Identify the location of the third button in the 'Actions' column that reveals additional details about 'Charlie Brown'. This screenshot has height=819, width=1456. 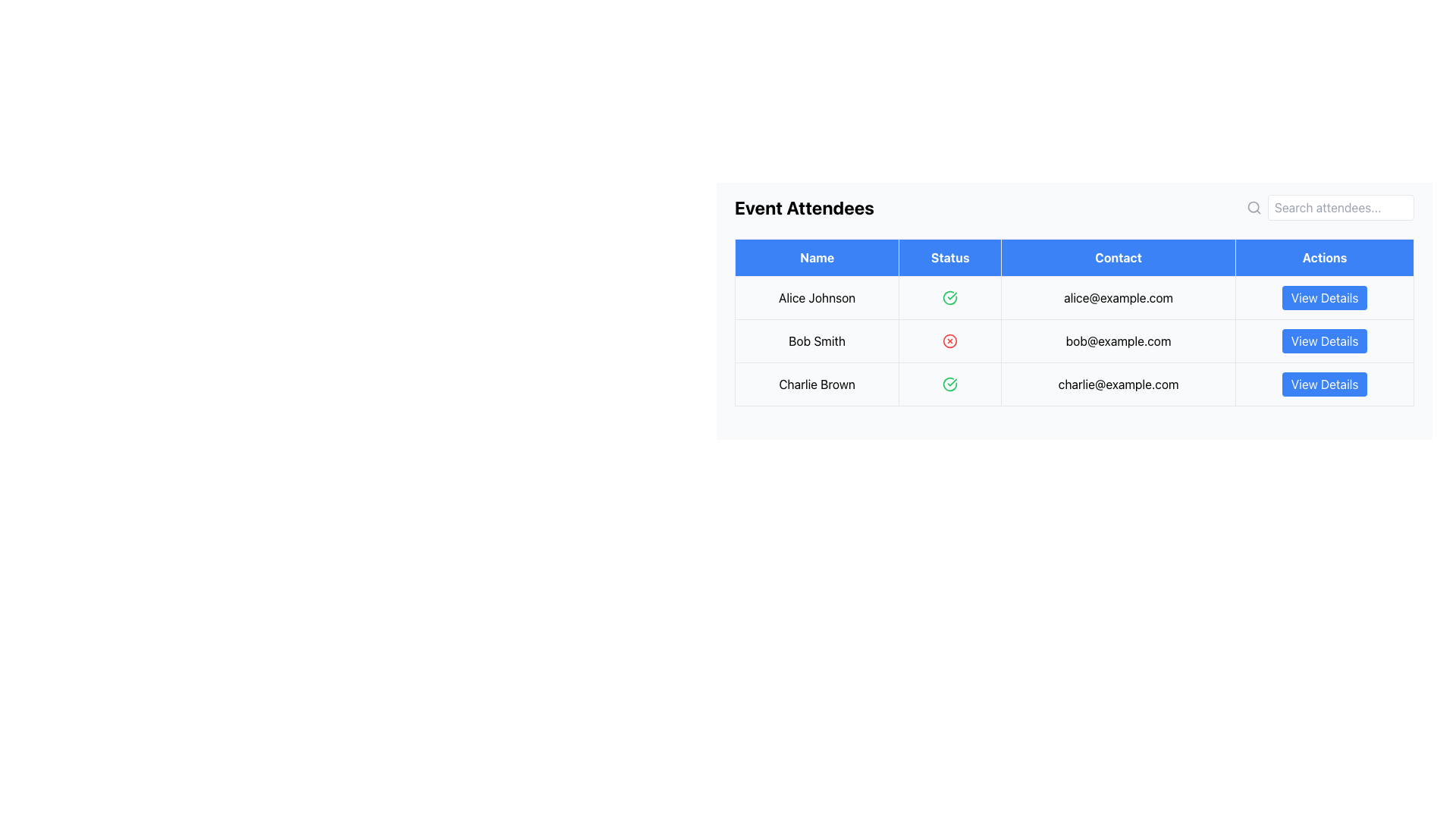
(1324, 383).